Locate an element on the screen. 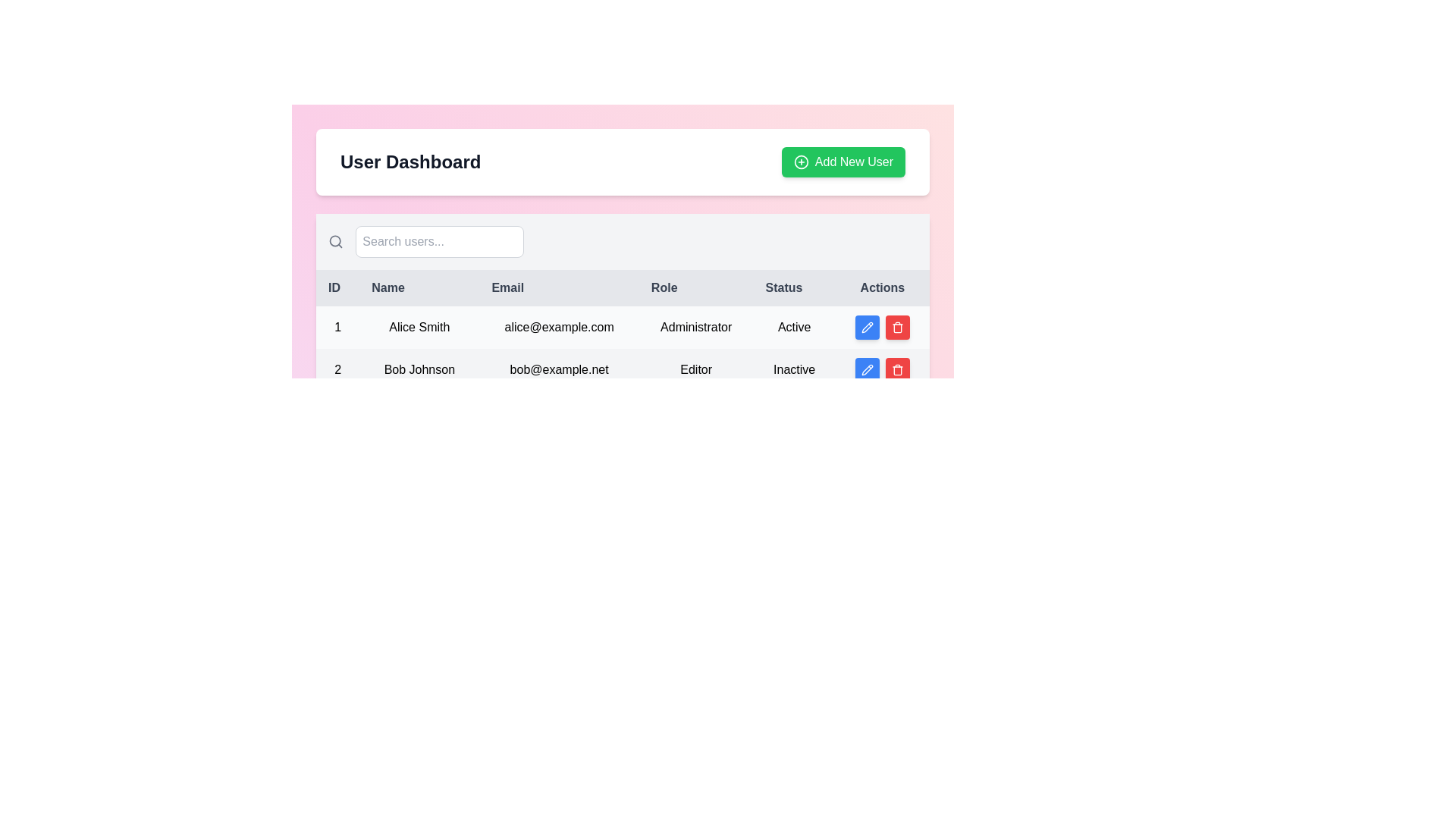 This screenshot has width=1456, height=819. the blue edit button with a pencil icon and the red delete button with a trash icon in the Actions column of the user data table for user 'Alice Smith' is located at coordinates (882, 327).